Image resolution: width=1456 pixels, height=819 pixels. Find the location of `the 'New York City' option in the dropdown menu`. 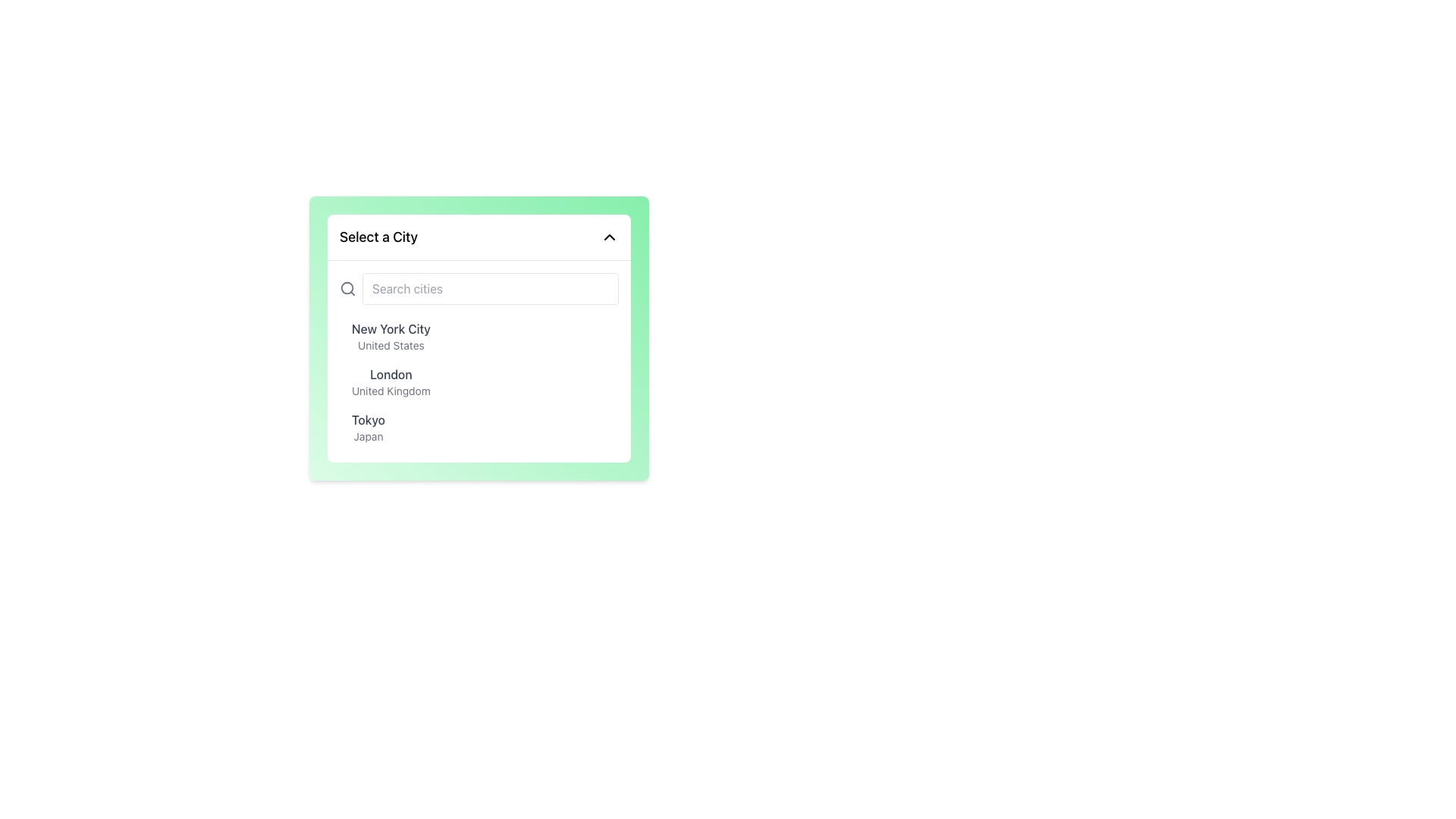

the 'New York City' option in the dropdown menu is located at coordinates (479, 335).